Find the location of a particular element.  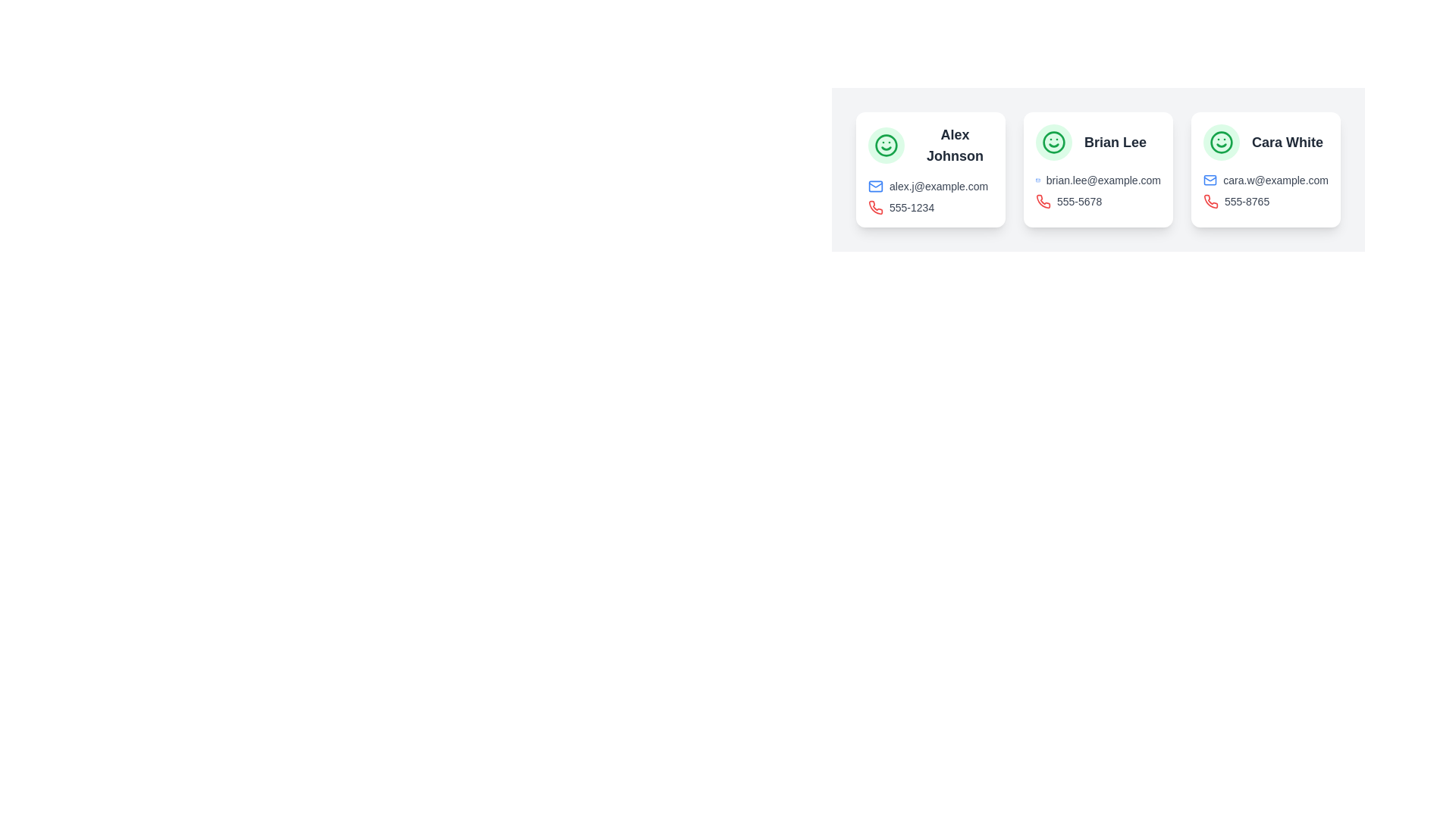

the email icon located to the left of 'brian.lee@example.com' in the middle card of a horizontally aligned card list for visual indication is located at coordinates (1037, 180).